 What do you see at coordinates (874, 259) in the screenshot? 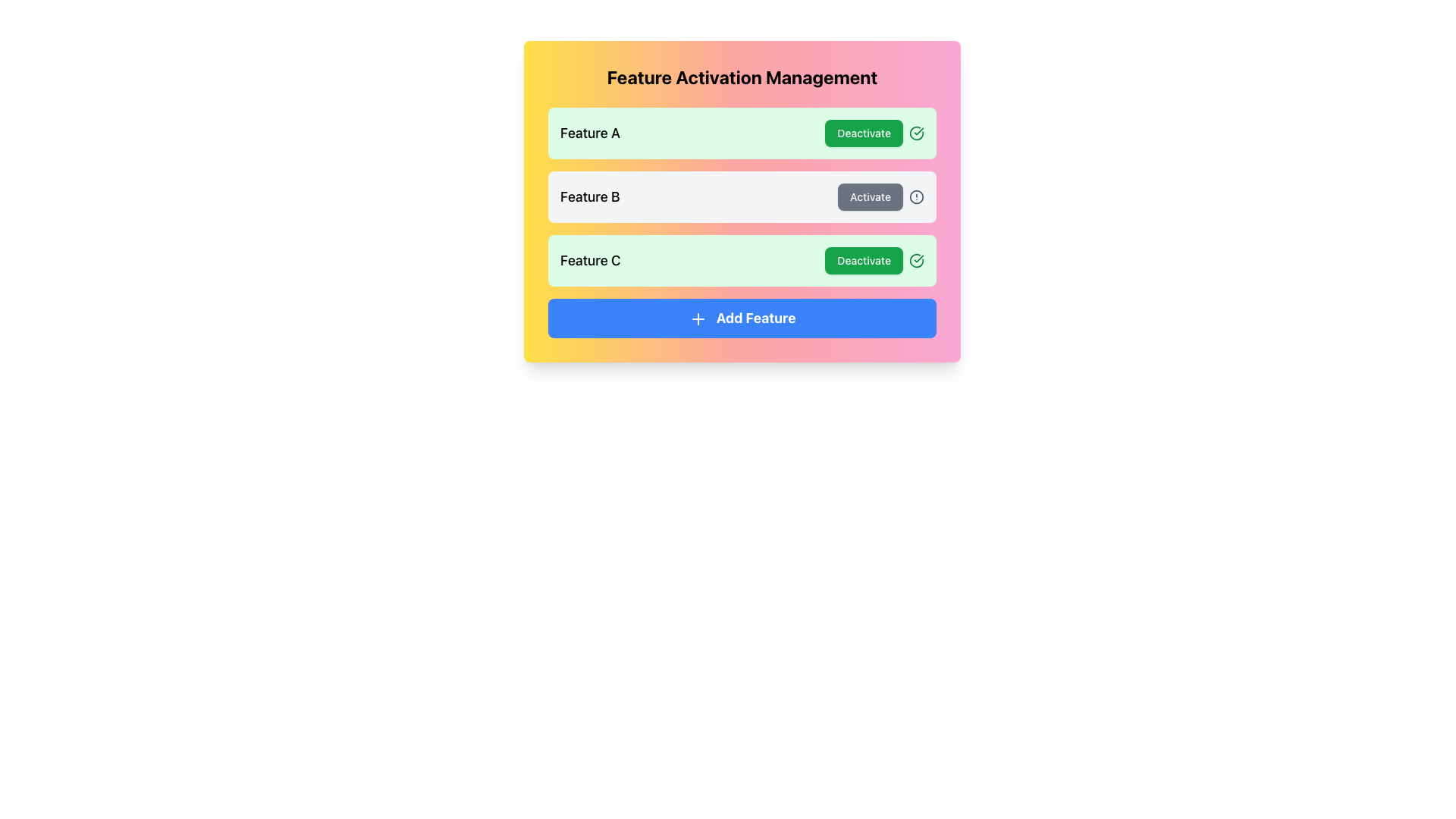
I see `the button in the 'Feature C' section` at bounding box center [874, 259].